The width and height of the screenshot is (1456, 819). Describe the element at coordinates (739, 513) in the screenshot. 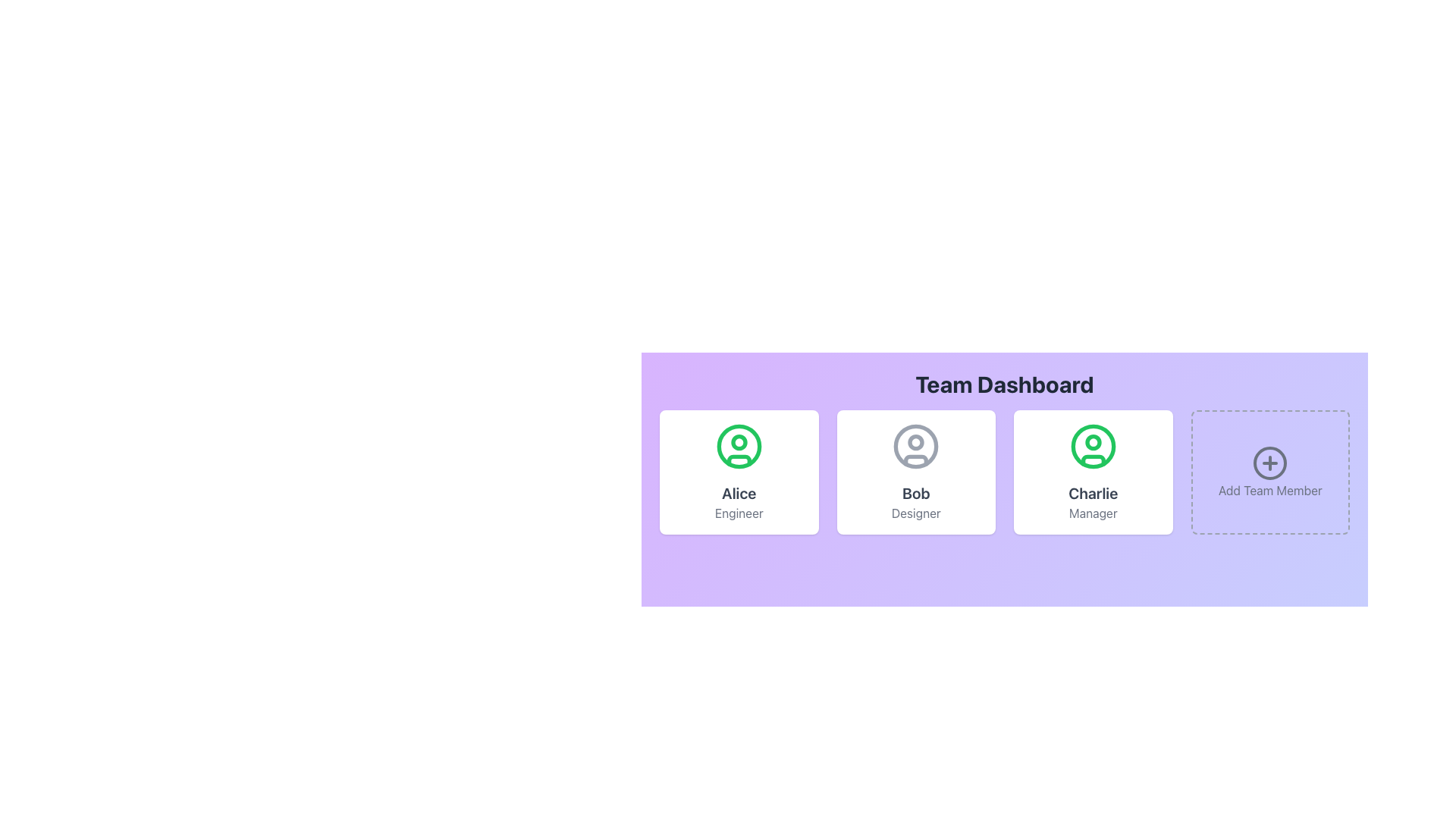

I see `the gray text label displaying 'Engineer' that is positioned below the bold 'Alice' text within a card-like structure` at that location.